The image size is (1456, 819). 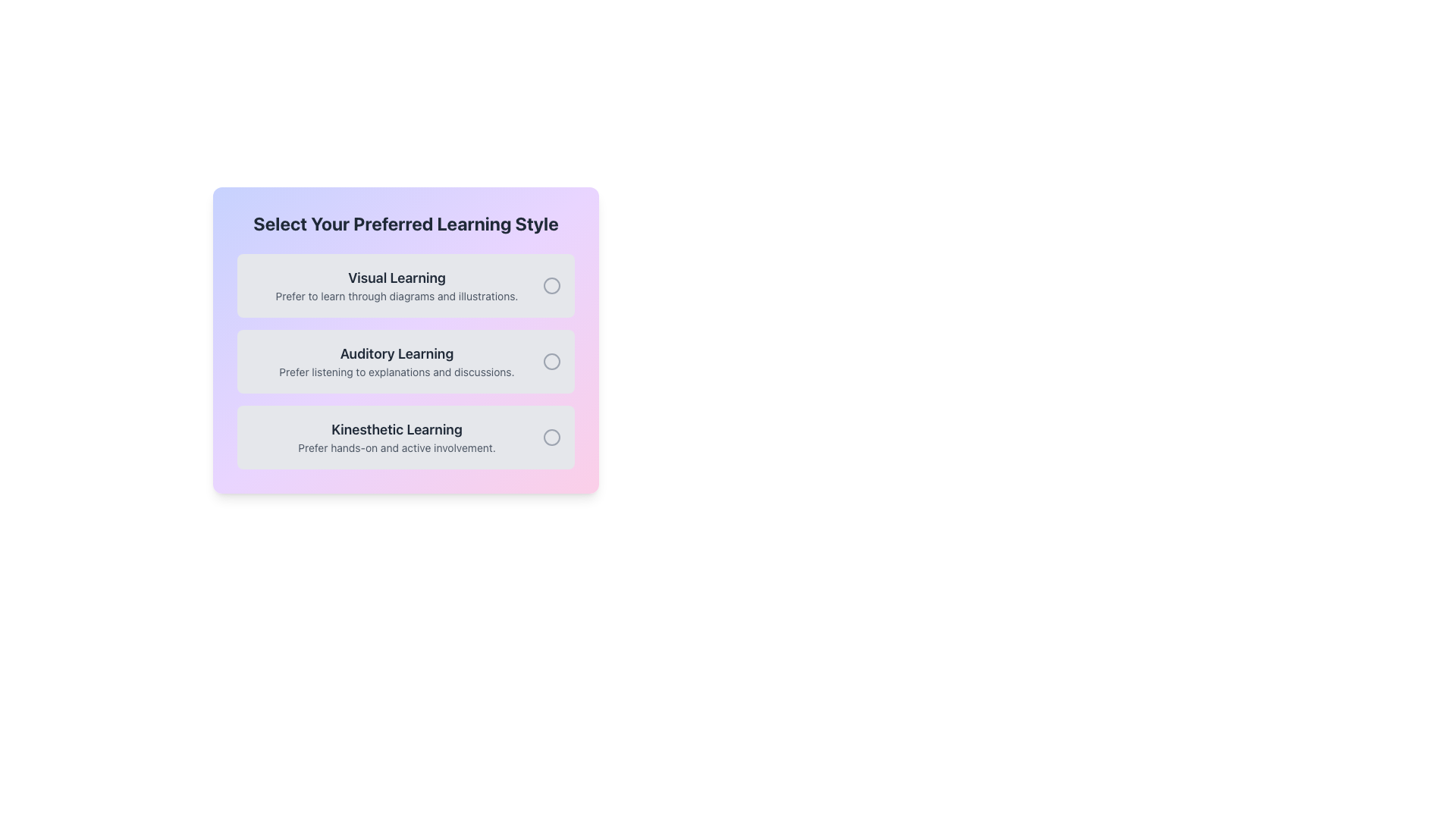 I want to click on the Text Label that provides details about the 'Auditory Learning' option, located beneath the heading 'Auditory Learning', so click(x=397, y=372).